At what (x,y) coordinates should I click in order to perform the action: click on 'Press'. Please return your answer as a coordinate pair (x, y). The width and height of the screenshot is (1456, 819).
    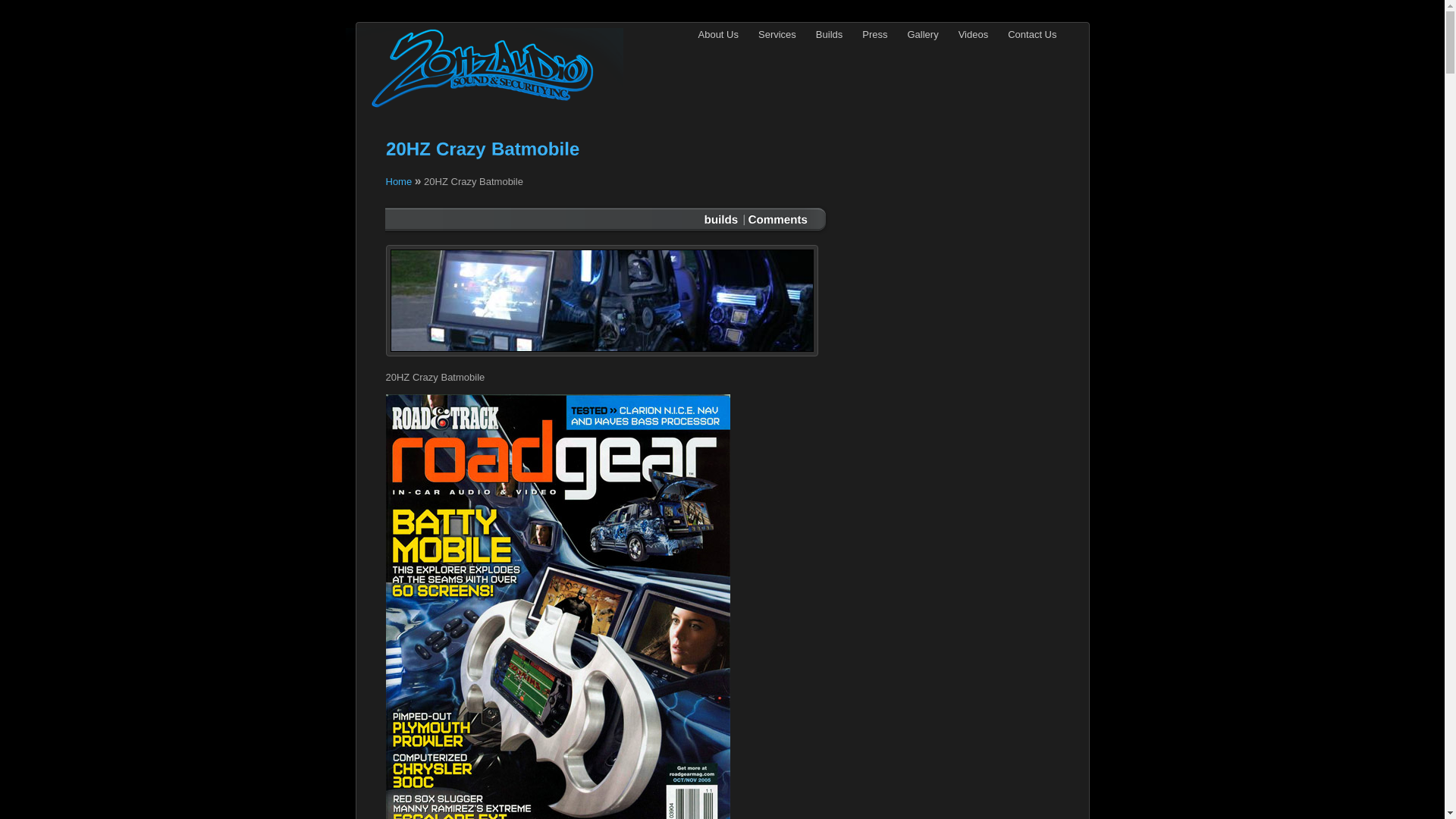
    Looking at the image, I should click on (874, 34).